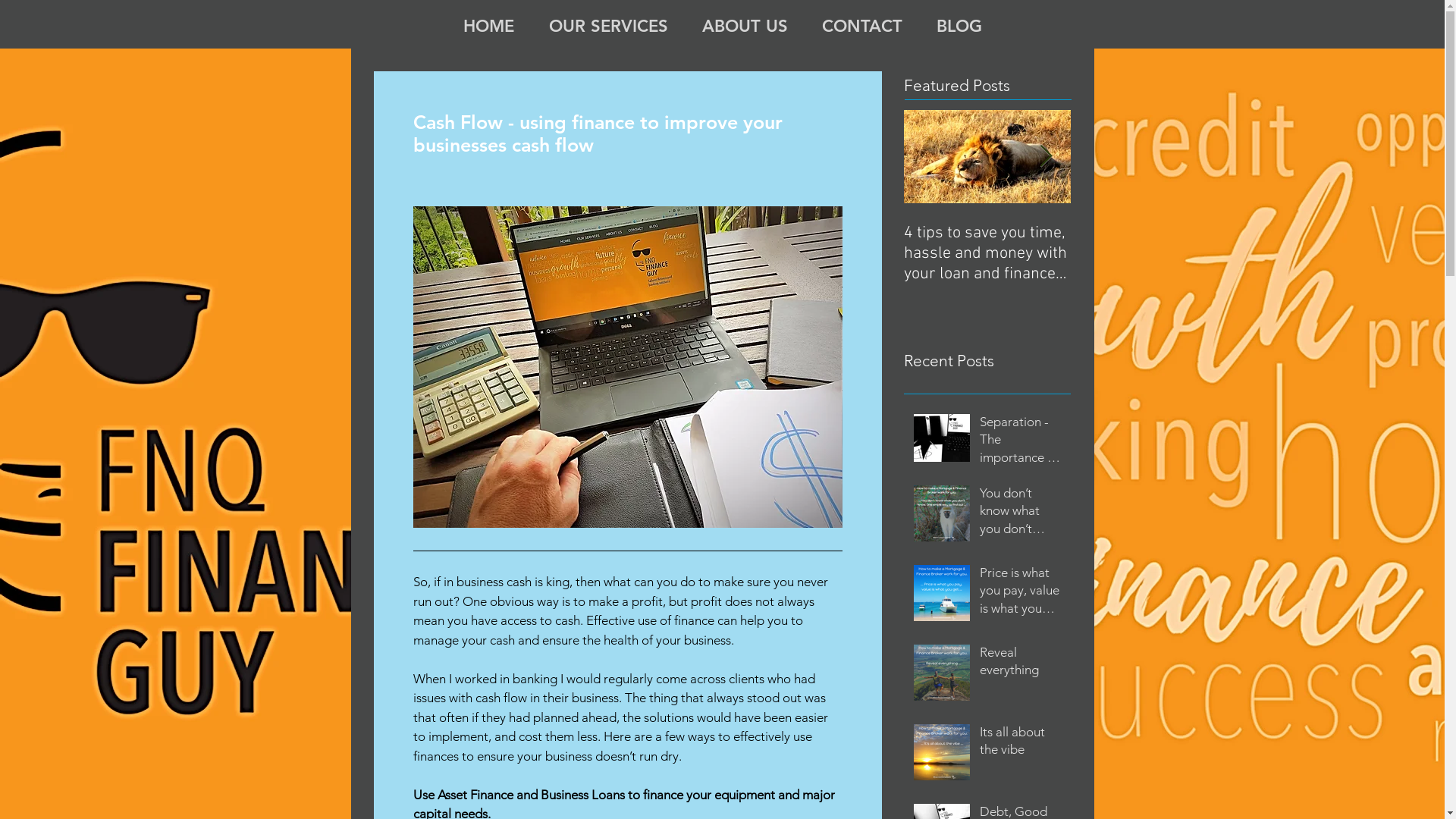  I want to click on 'HOME', so click(445, 24).